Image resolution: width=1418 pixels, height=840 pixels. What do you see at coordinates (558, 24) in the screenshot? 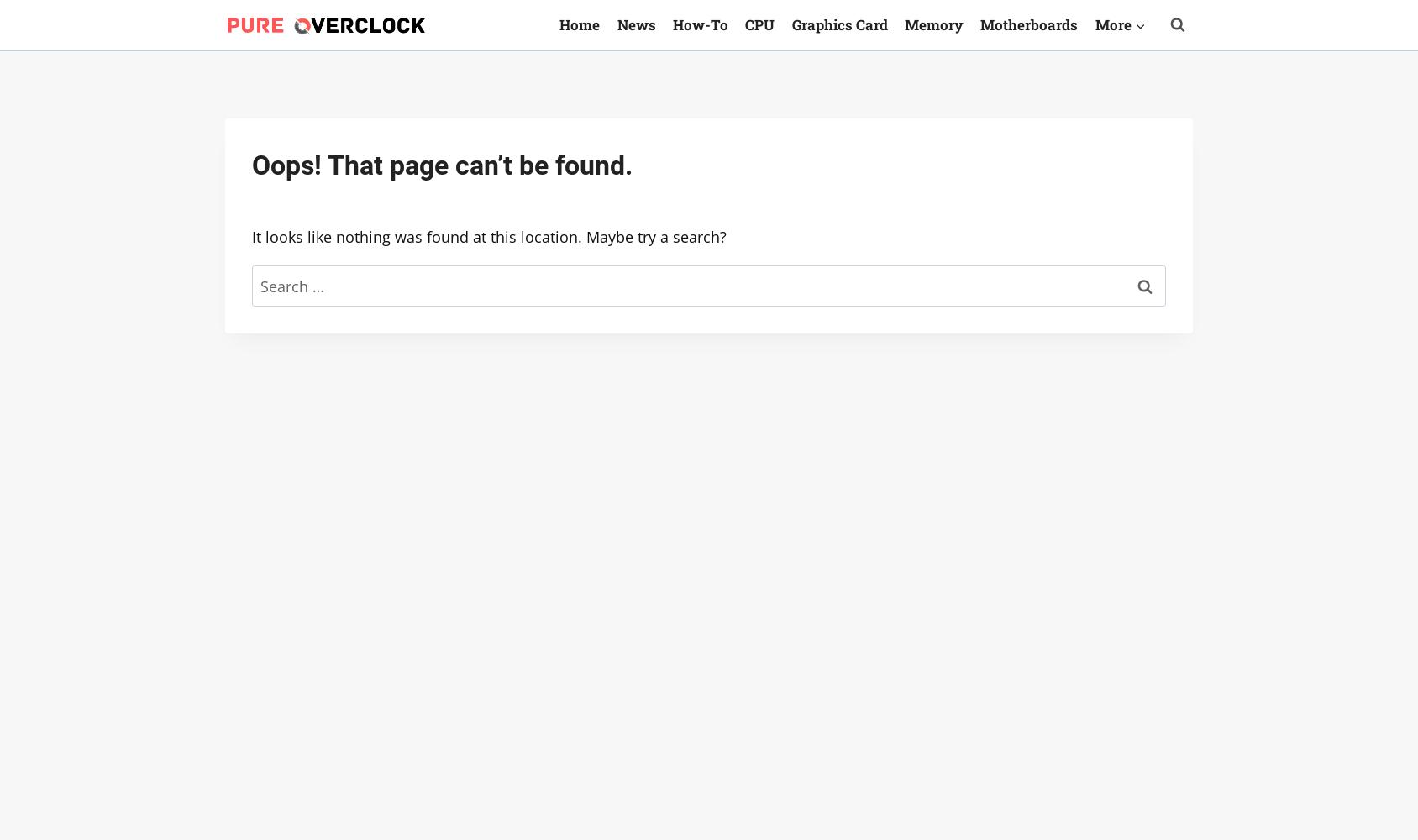
I see `'Home'` at bounding box center [558, 24].